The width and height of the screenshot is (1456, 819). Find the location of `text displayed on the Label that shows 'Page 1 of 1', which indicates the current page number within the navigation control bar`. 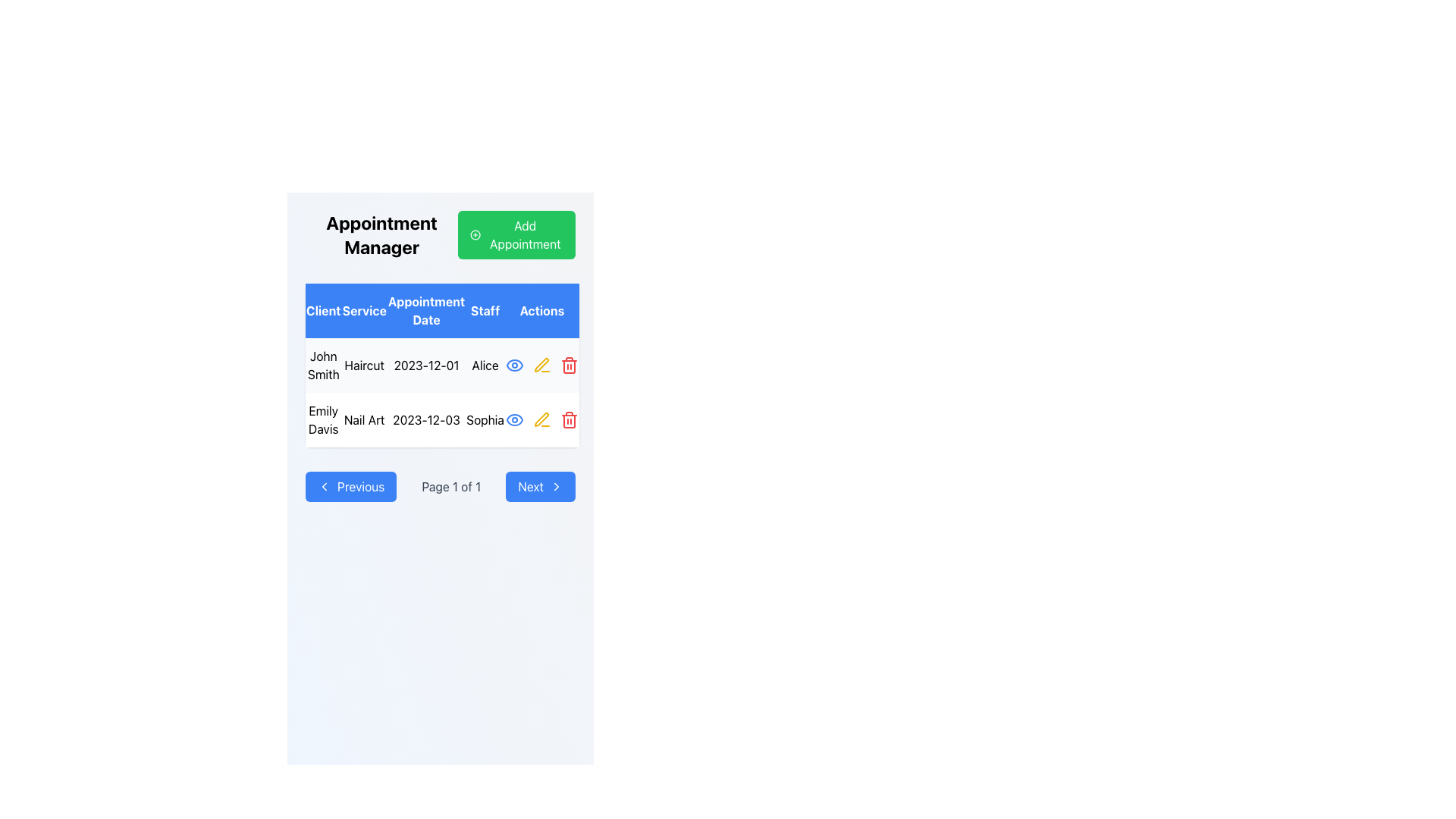

text displayed on the Label that shows 'Page 1 of 1', which indicates the current page number within the navigation control bar is located at coordinates (450, 486).